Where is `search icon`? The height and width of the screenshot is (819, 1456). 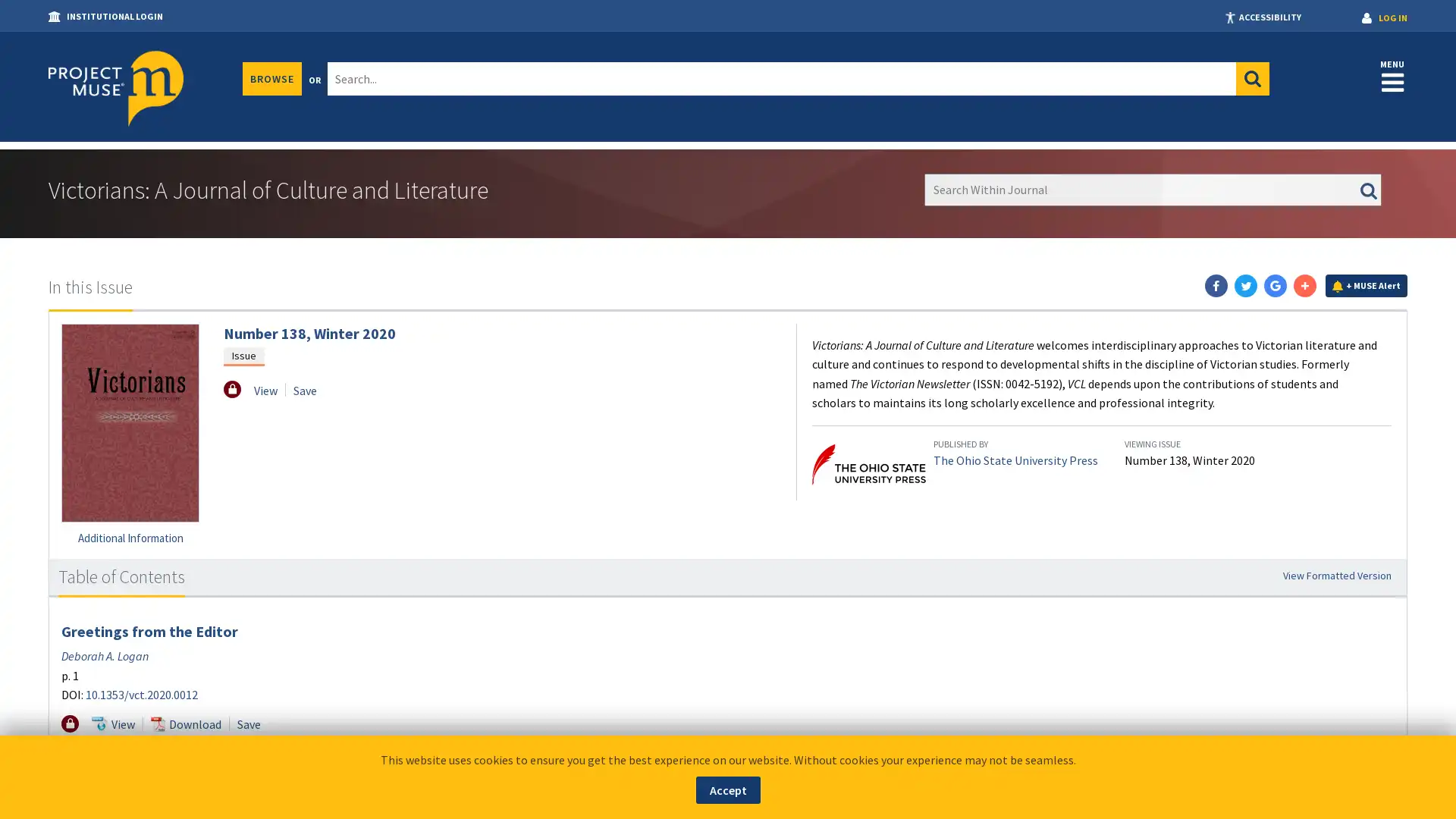 search icon is located at coordinates (1252, 79).